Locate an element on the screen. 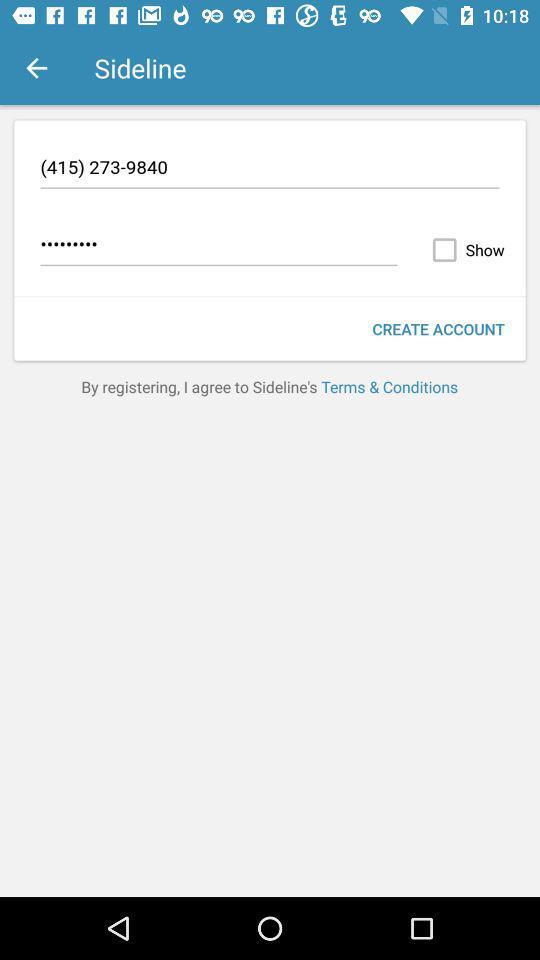 The width and height of the screenshot is (540, 960). the item next to the show item is located at coordinates (218, 246).